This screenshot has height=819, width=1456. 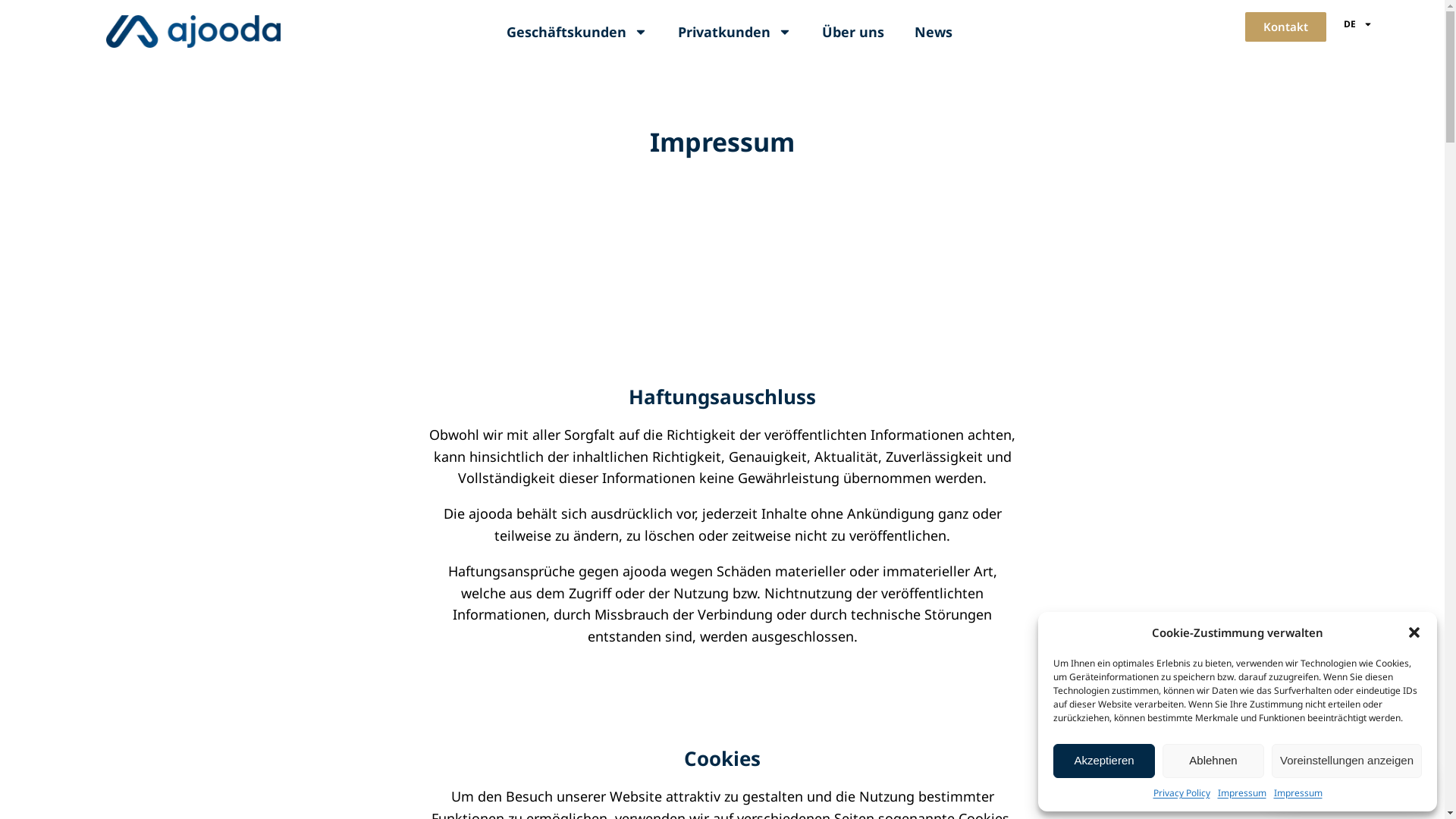 I want to click on 'Privacy Policy', so click(x=1153, y=792).